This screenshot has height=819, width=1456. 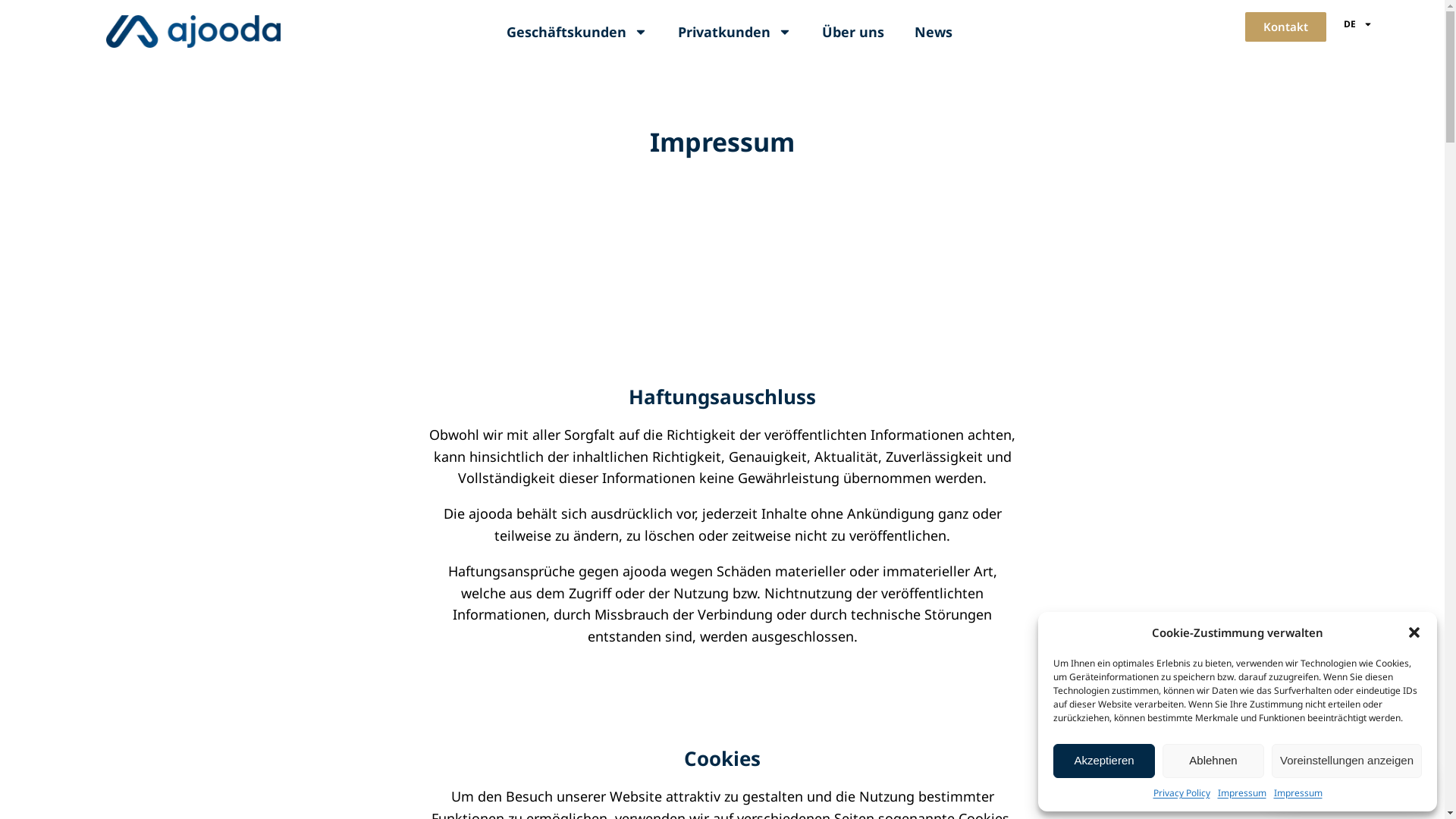 I want to click on 'Privacy Policy', so click(x=1153, y=792).